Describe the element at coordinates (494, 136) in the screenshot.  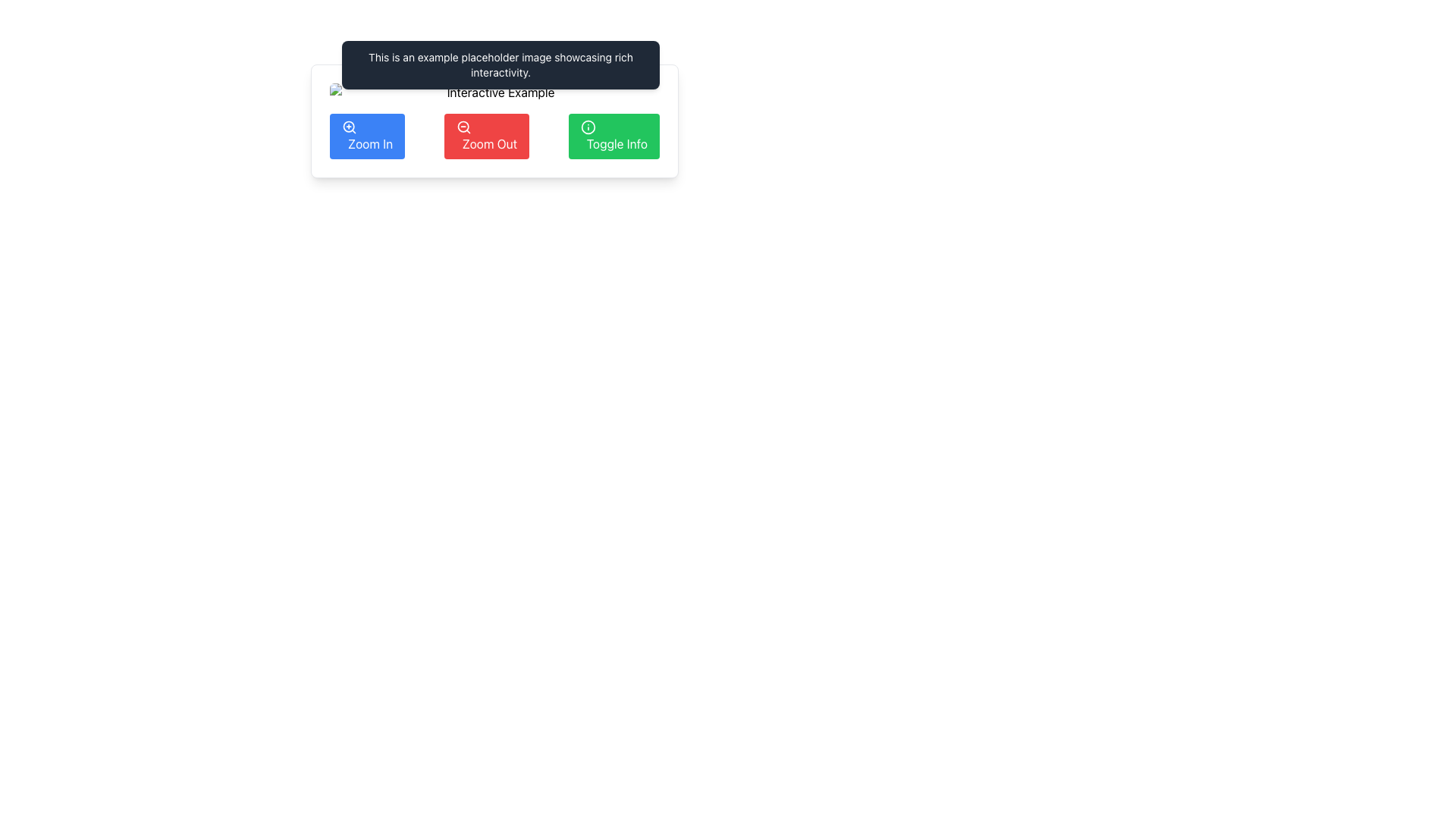
I see `the 'Zoom Out' button` at that location.